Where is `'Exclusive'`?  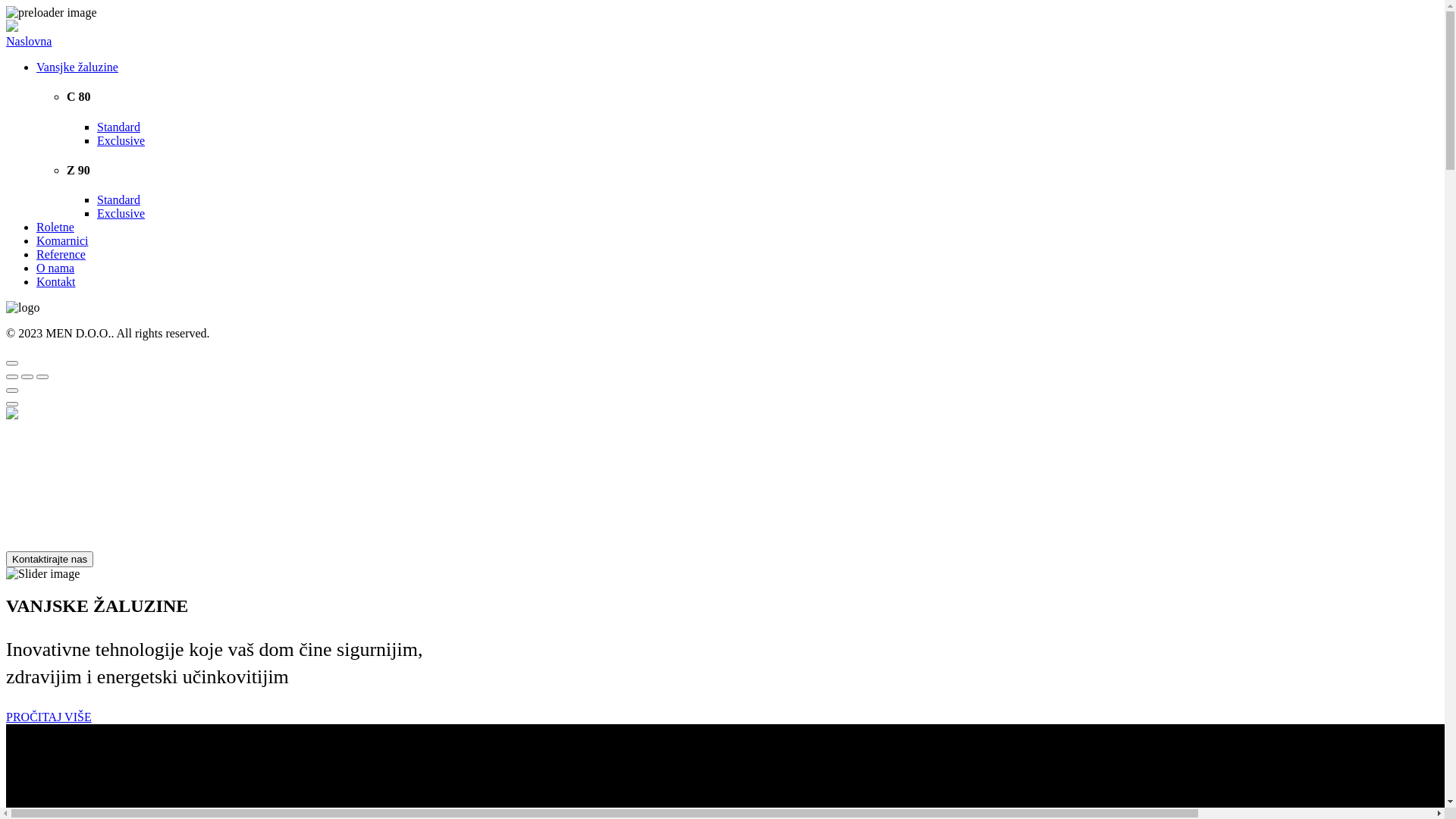 'Exclusive' is located at coordinates (96, 140).